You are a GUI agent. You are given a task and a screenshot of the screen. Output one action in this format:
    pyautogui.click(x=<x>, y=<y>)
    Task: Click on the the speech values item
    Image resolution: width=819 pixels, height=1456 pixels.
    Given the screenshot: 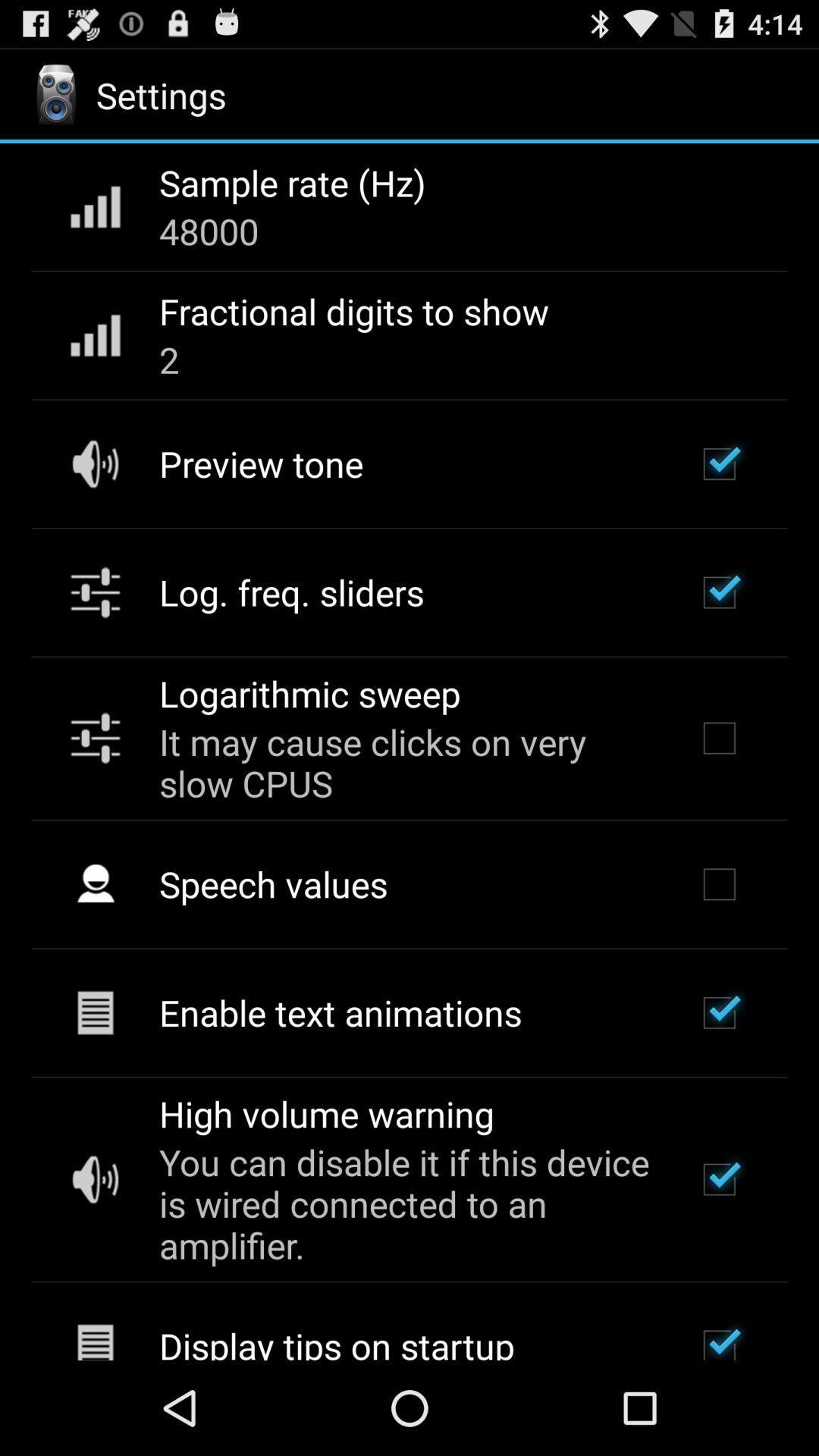 What is the action you would take?
    pyautogui.click(x=273, y=883)
    